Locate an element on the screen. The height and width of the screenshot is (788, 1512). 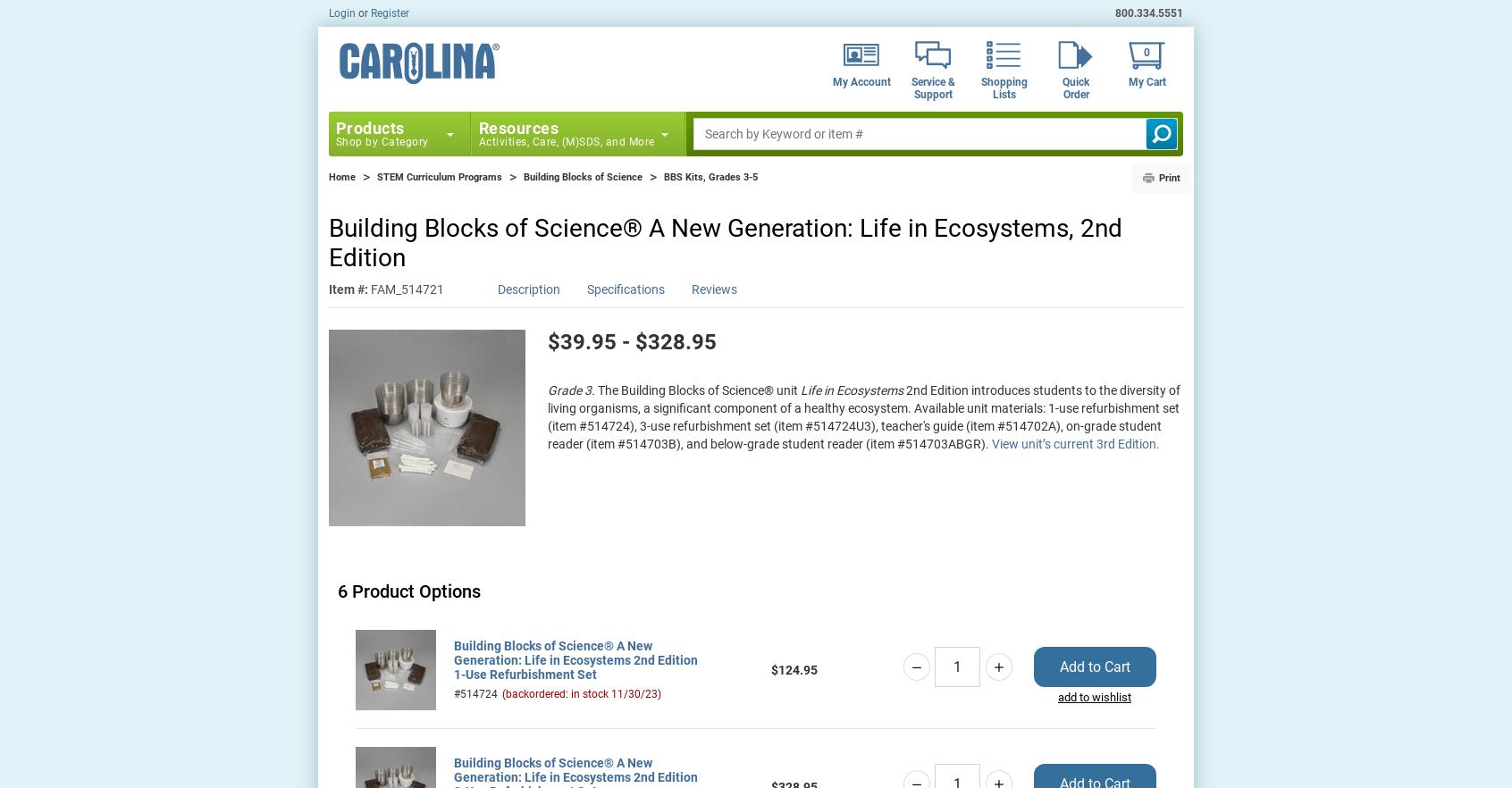
'Resources' is located at coordinates (517, 128).